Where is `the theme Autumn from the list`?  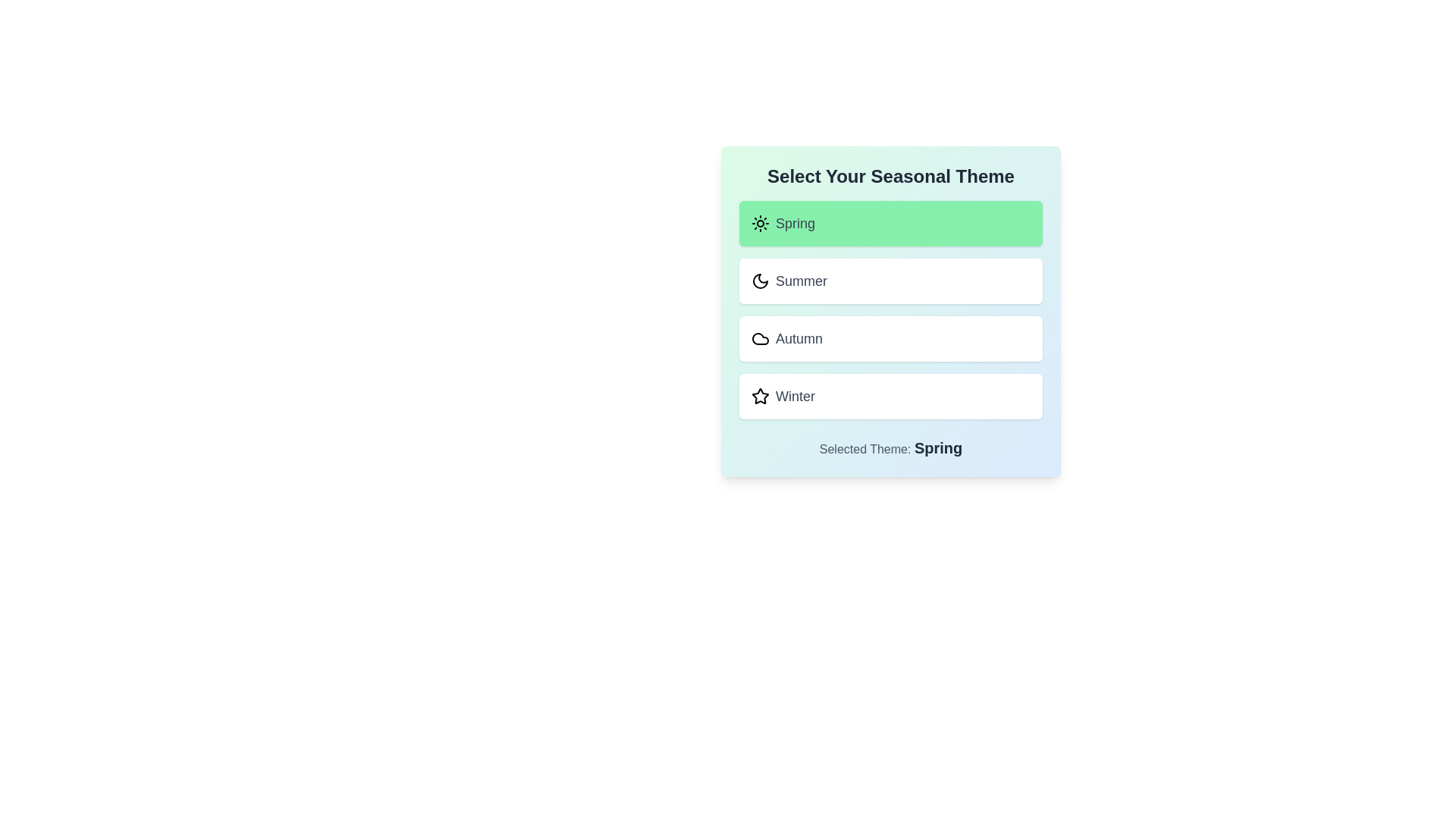 the theme Autumn from the list is located at coordinates (891, 338).